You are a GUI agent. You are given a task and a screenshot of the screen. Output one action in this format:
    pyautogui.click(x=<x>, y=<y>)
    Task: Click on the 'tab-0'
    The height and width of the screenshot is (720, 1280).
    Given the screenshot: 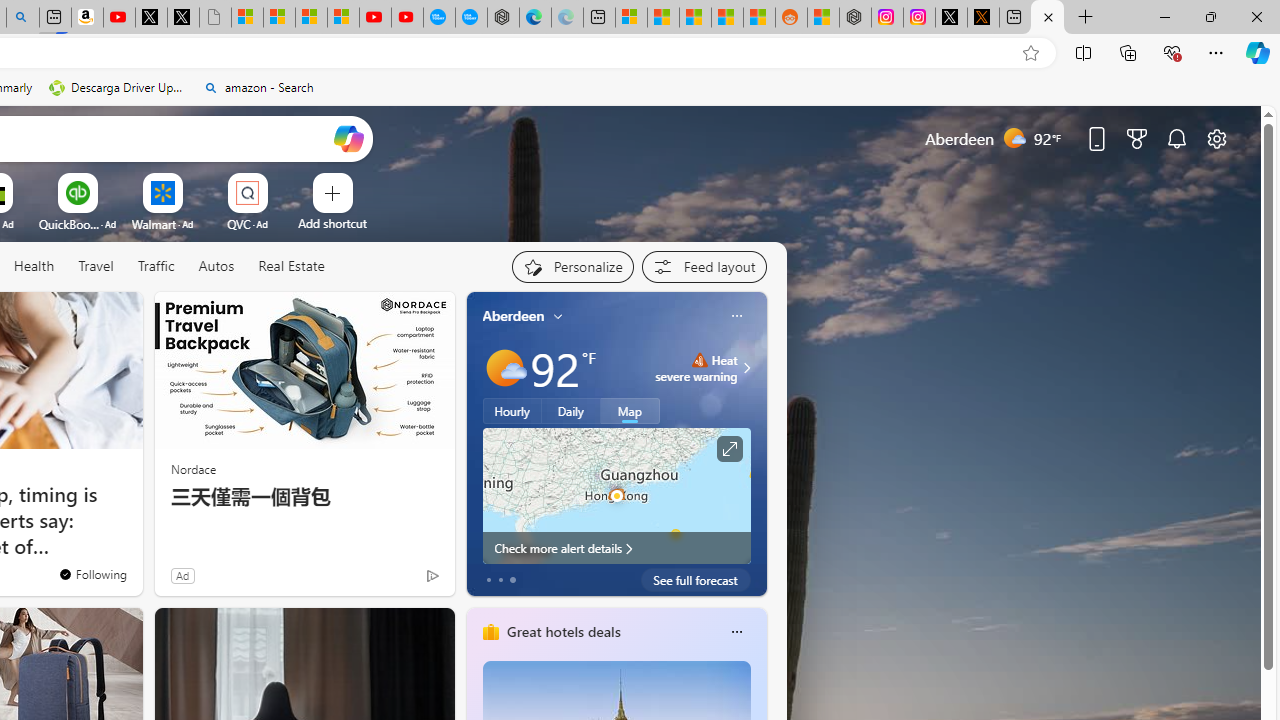 What is the action you would take?
    pyautogui.click(x=488, y=579)
    